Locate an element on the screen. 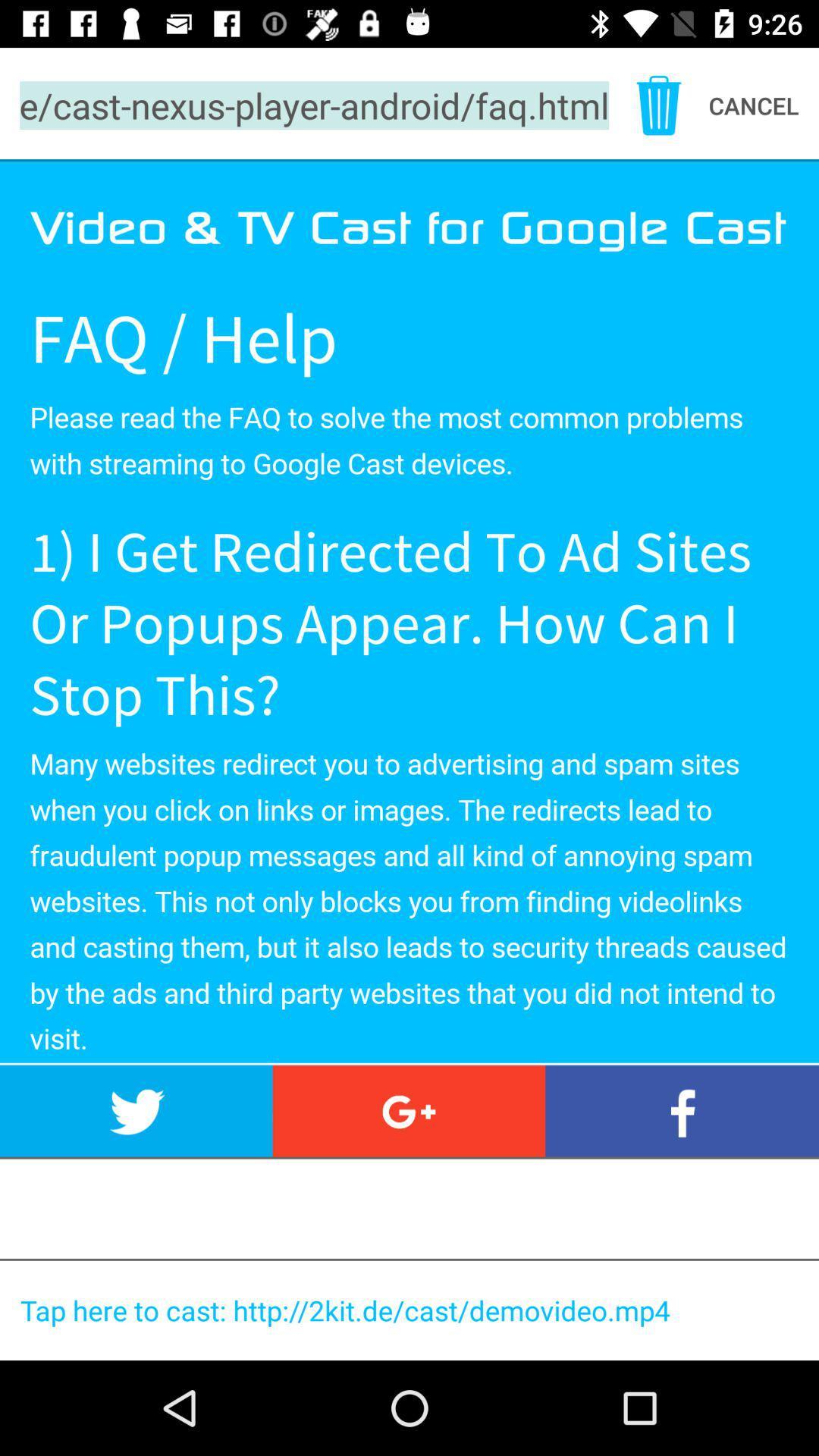 Image resolution: width=819 pixels, height=1456 pixels. the link which is at the bottom of the page is located at coordinates (415, 1310).